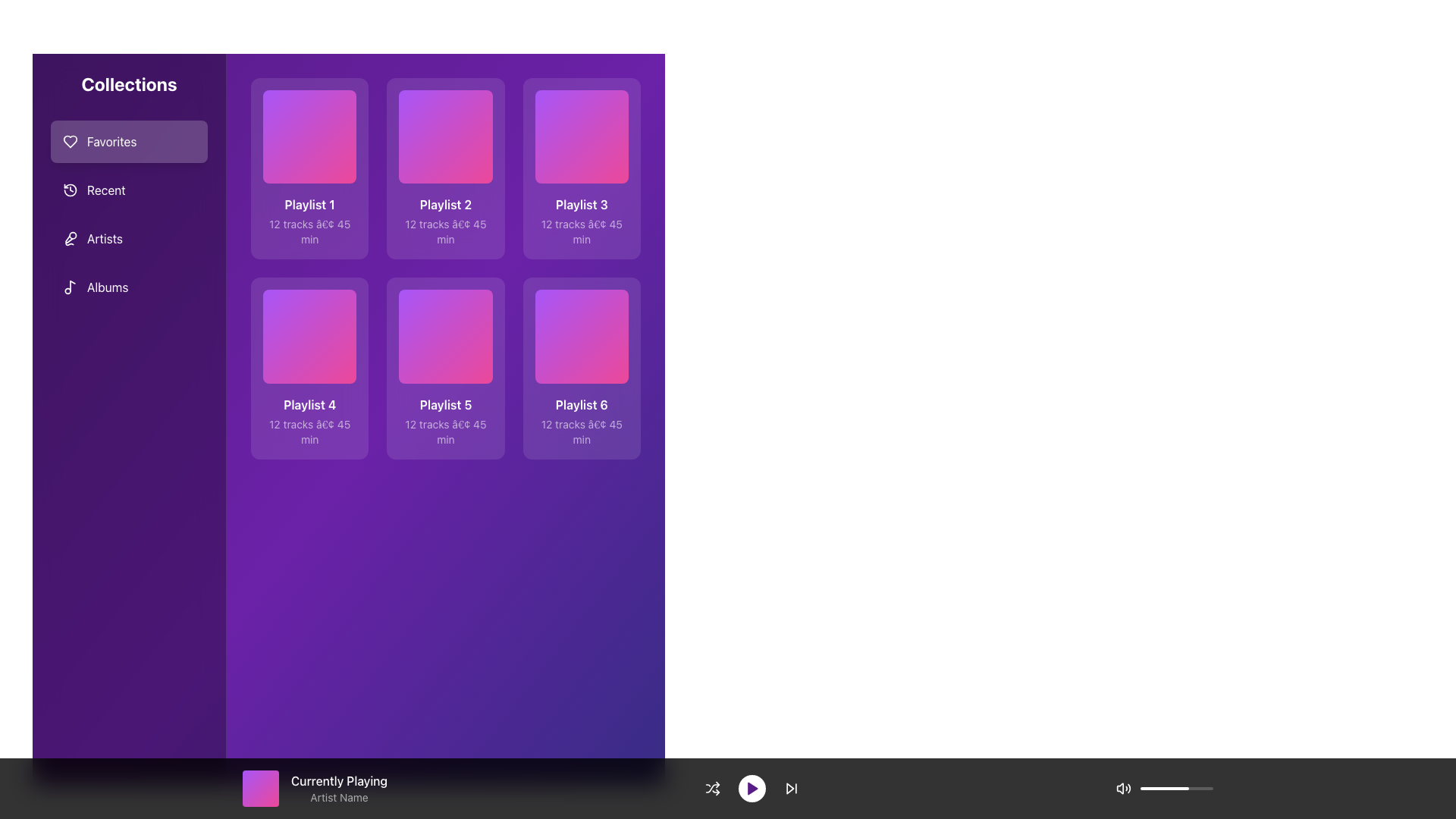  Describe the element at coordinates (309, 403) in the screenshot. I see `the text label reading 'Playlist 4' that is styled in bold font, located within the playlist card under the 'Collections' section, beneath a gradient thumbnail` at that location.